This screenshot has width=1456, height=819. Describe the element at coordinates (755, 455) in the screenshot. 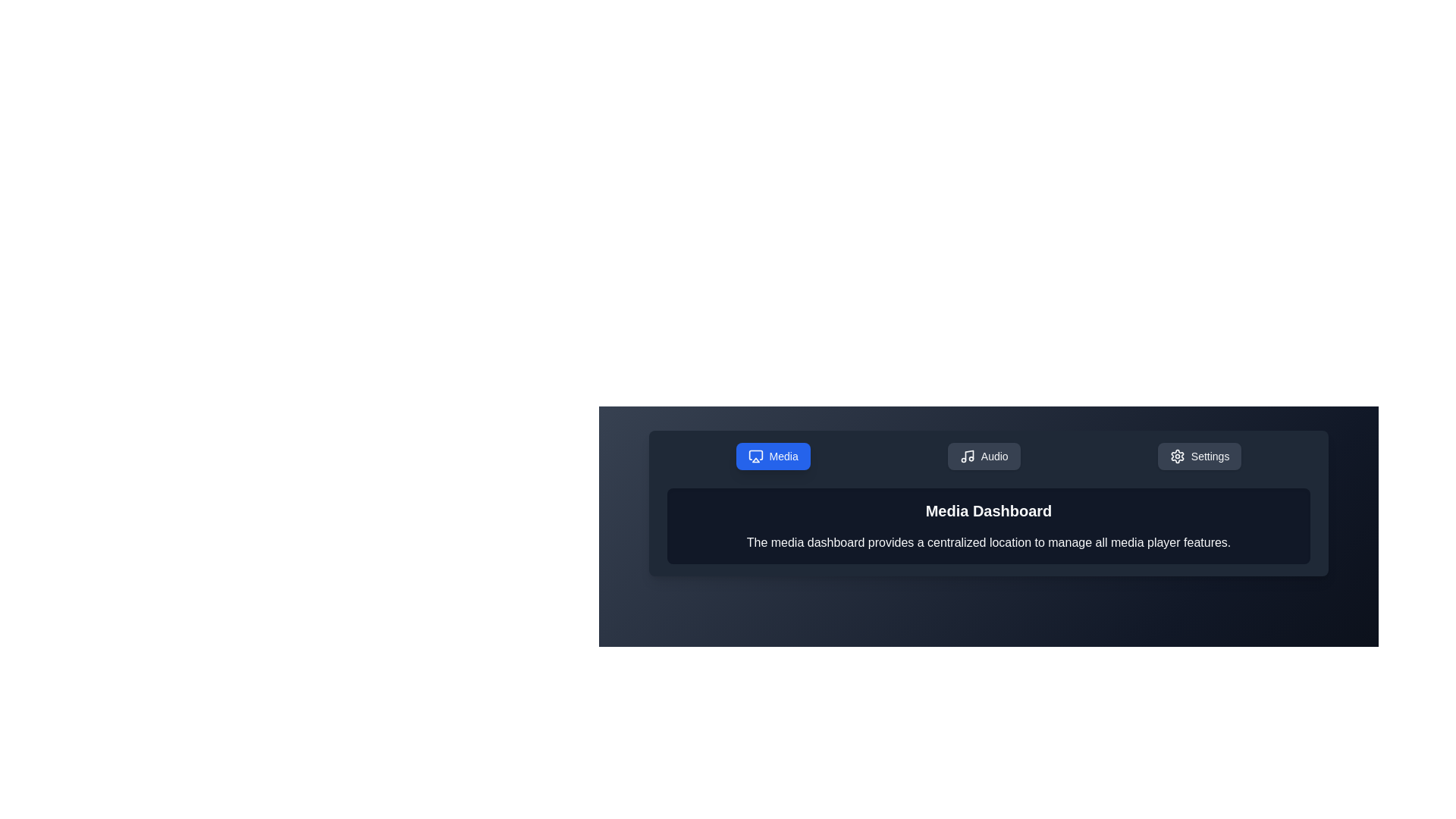

I see `the 'Media' button icon located in the upper midsection of the interface` at that location.